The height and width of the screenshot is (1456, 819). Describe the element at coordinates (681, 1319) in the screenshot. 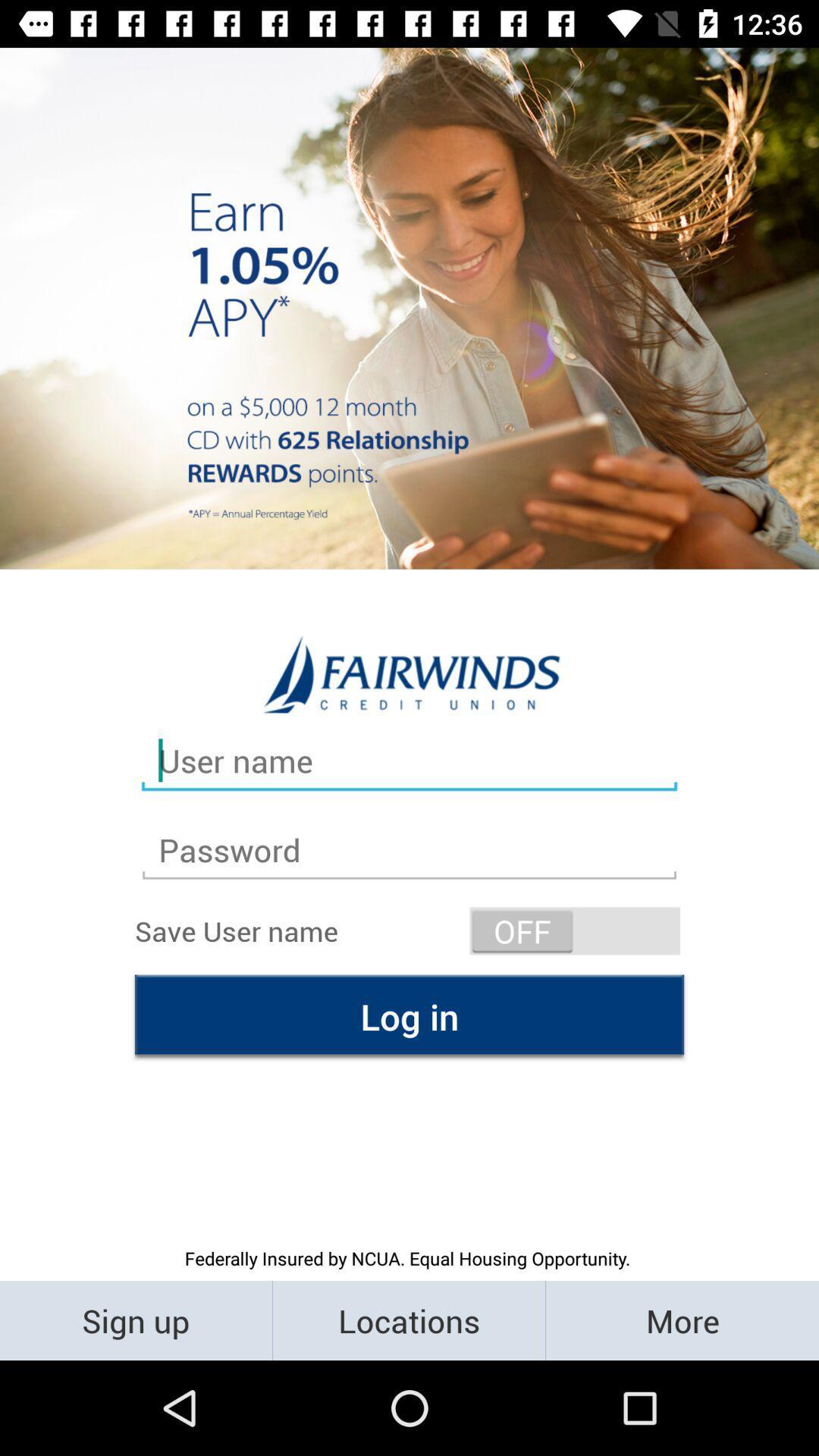

I see `the item to the right of locations item` at that location.